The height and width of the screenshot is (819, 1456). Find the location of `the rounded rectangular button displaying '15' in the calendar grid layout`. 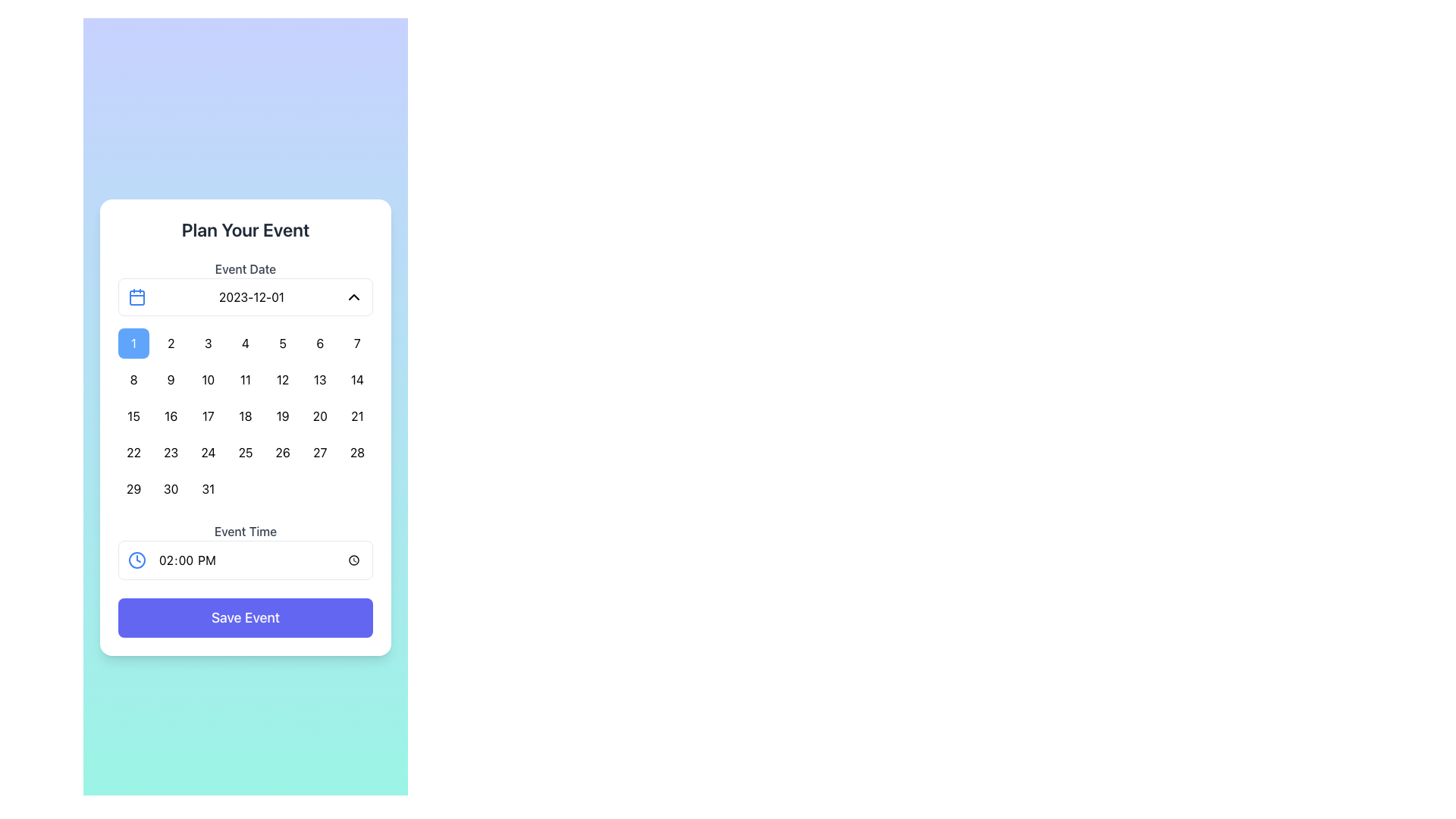

the rounded rectangular button displaying '15' in the calendar grid layout is located at coordinates (133, 416).